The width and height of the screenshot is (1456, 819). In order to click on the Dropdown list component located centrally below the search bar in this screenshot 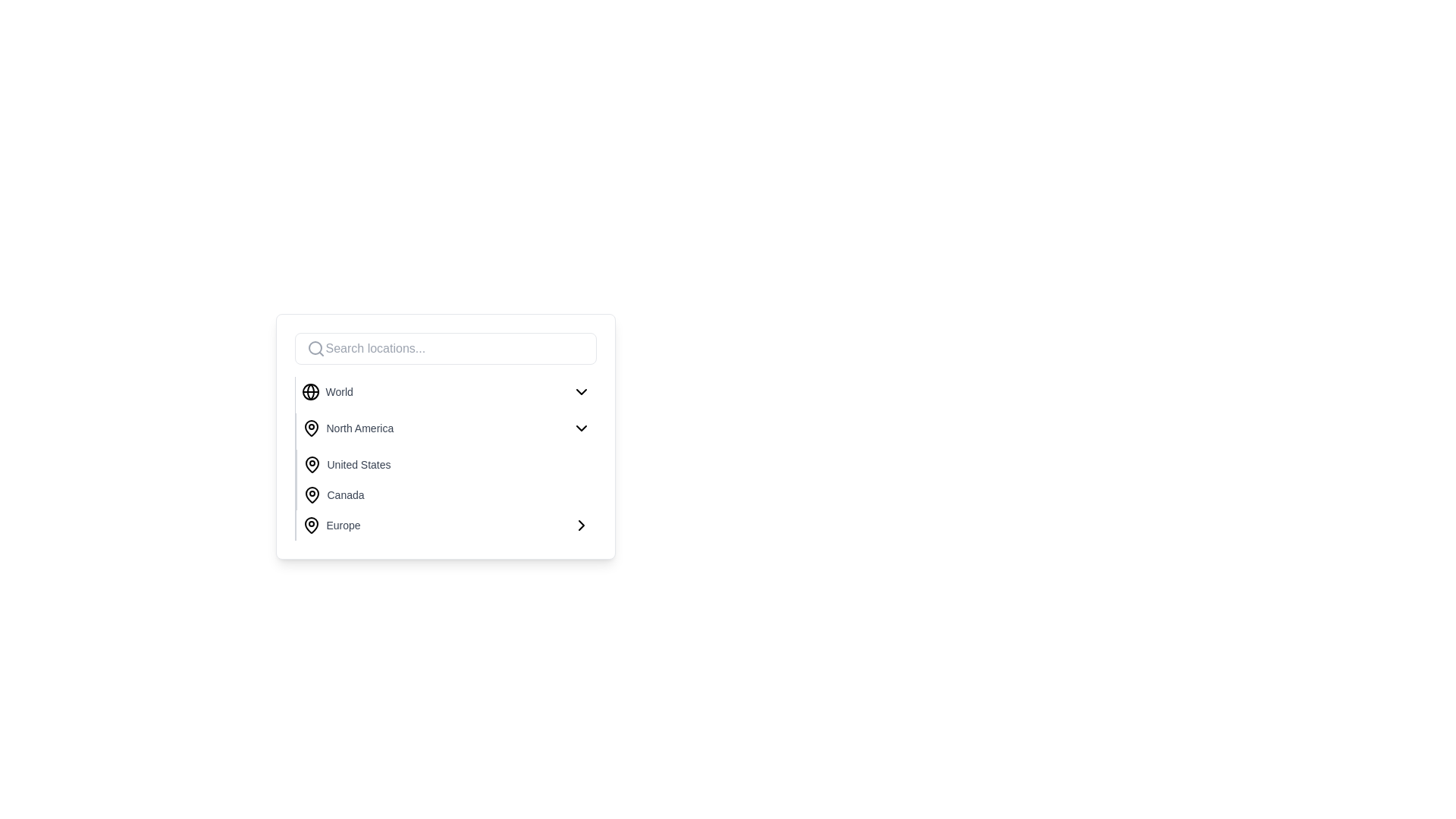, I will do `click(444, 450)`.